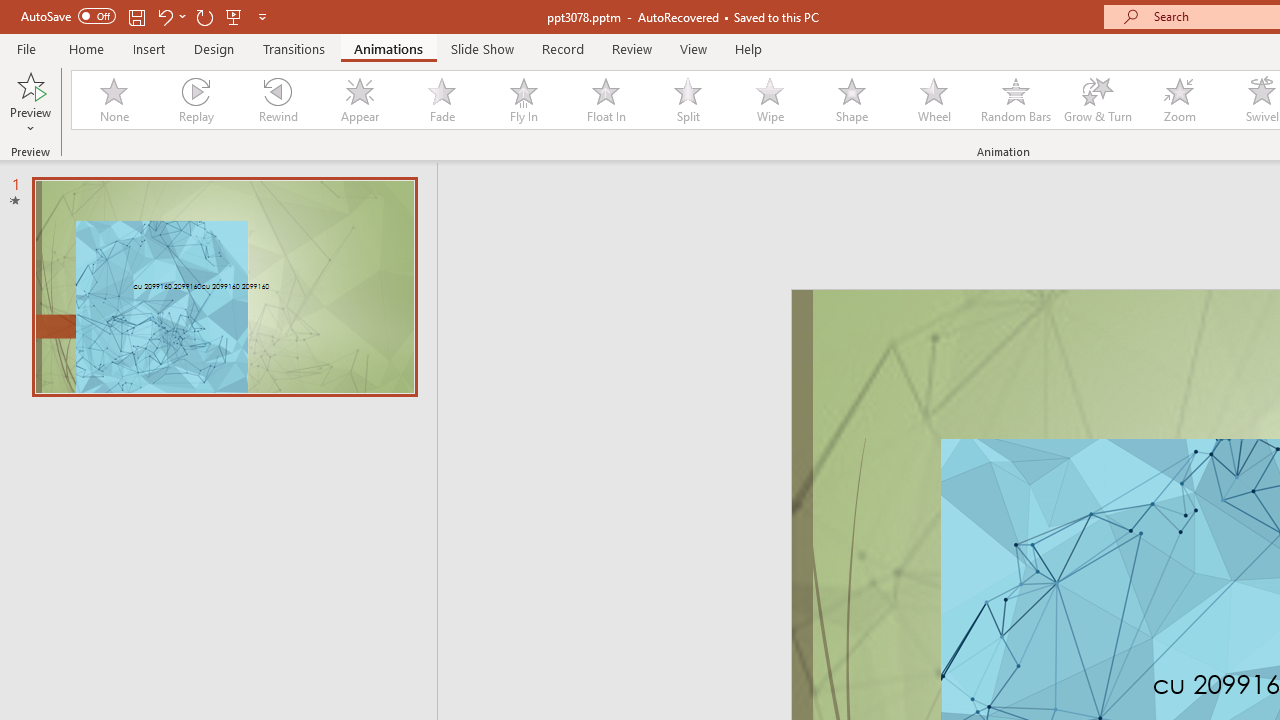 The height and width of the screenshot is (720, 1280). Describe the element at coordinates (1016, 100) in the screenshot. I see `'Random Bars'` at that location.